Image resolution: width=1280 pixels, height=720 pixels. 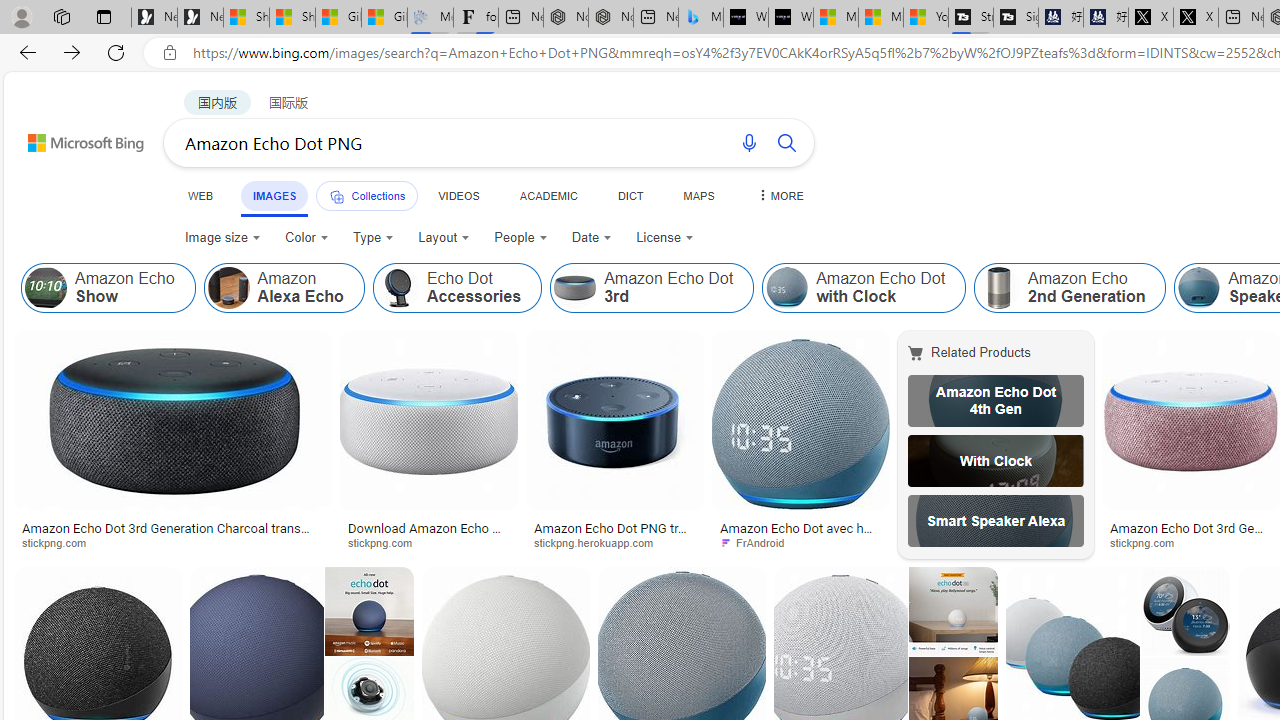 What do you see at coordinates (373, 236) in the screenshot?
I see `'Type'` at bounding box center [373, 236].